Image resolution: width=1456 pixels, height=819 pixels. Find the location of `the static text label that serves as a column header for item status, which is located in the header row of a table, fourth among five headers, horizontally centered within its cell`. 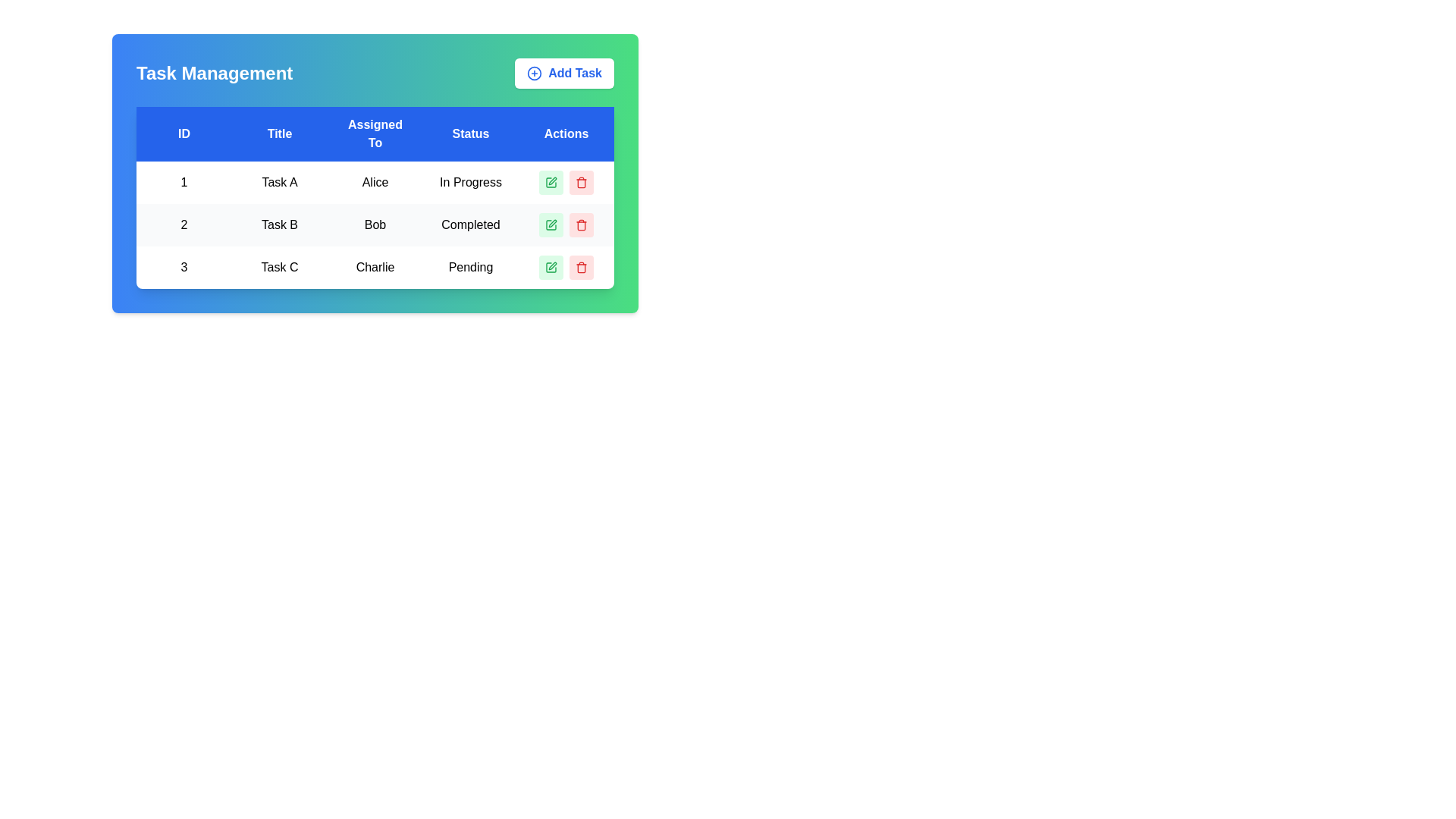

the static text label that serves as a column header for item status, which is located in the header row of a table, fourth among five headers, horizontally centered within its cell is located at coordinates (469, 133).